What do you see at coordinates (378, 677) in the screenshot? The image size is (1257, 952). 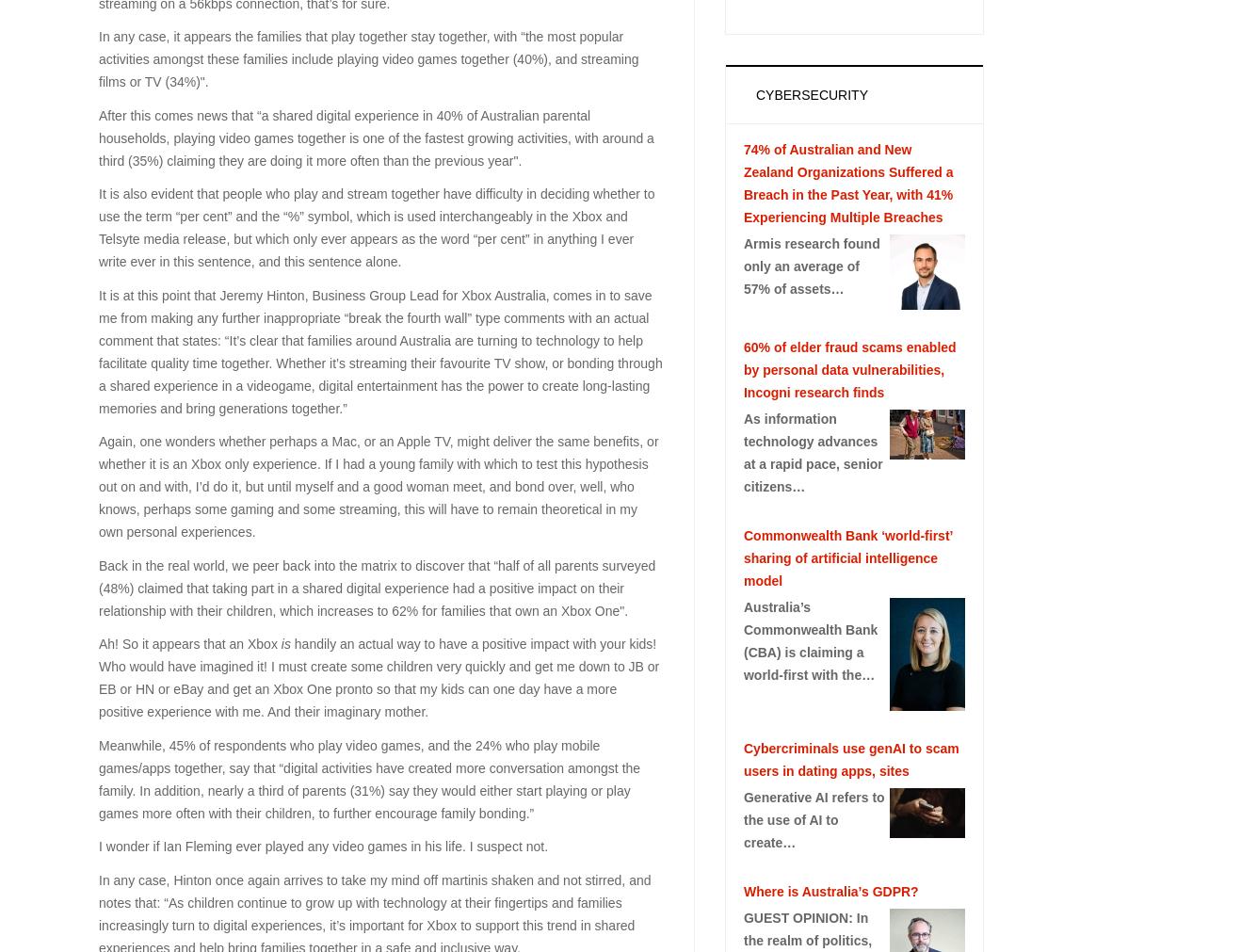 I see `'handily an actual way to have a positive impact with your kids! Who would have imagined it! I must create some children very quickly and get me down to JB or EB or HN or eBay and get an Xbox One pronto so that my kids can one day have a more positive experience with me. And their imaginary mother.'` at bounding box center [378, 677].